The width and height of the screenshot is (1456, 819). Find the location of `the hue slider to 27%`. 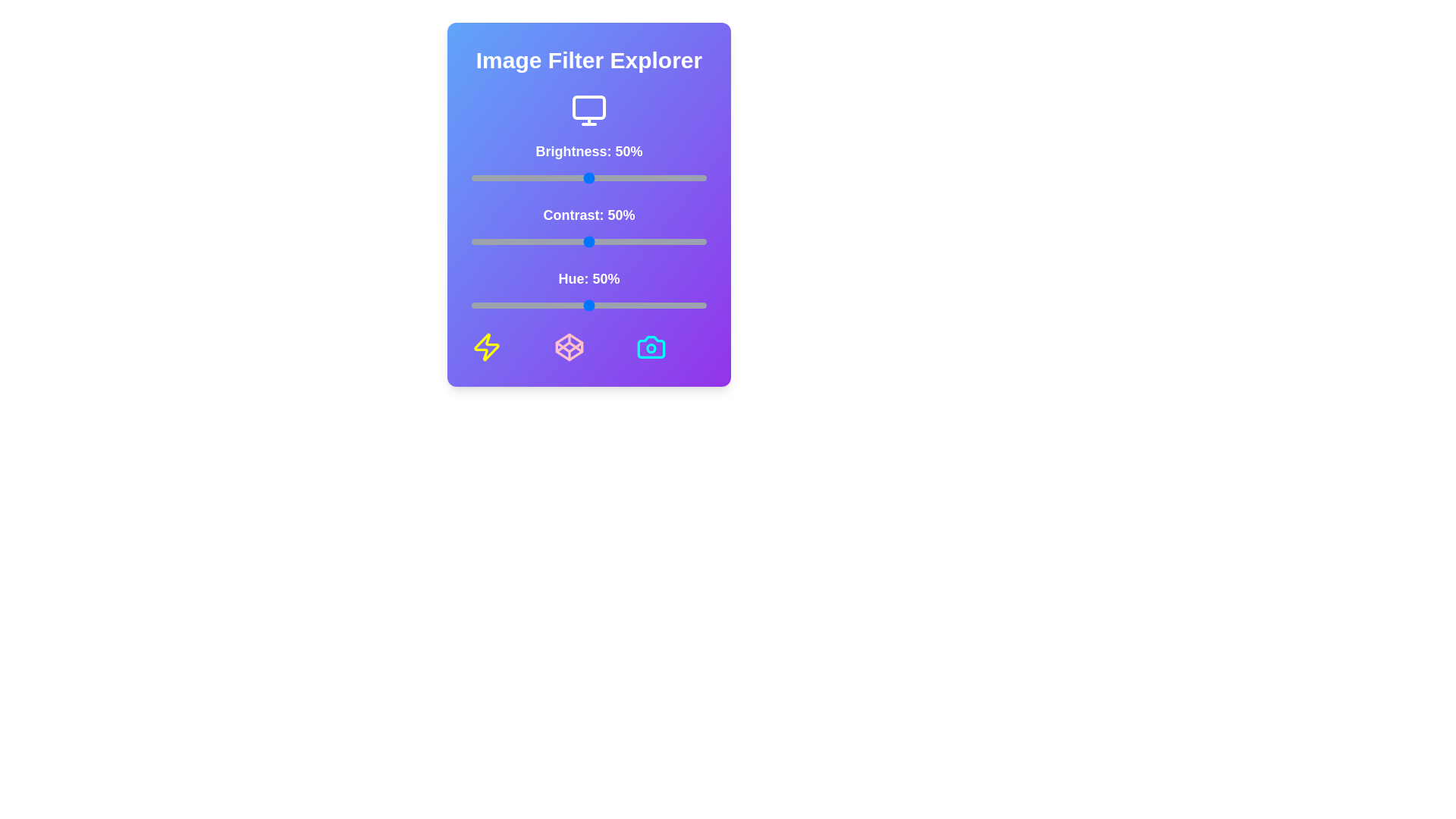

the hue slider to 27% is located at coordinates (535, 305).